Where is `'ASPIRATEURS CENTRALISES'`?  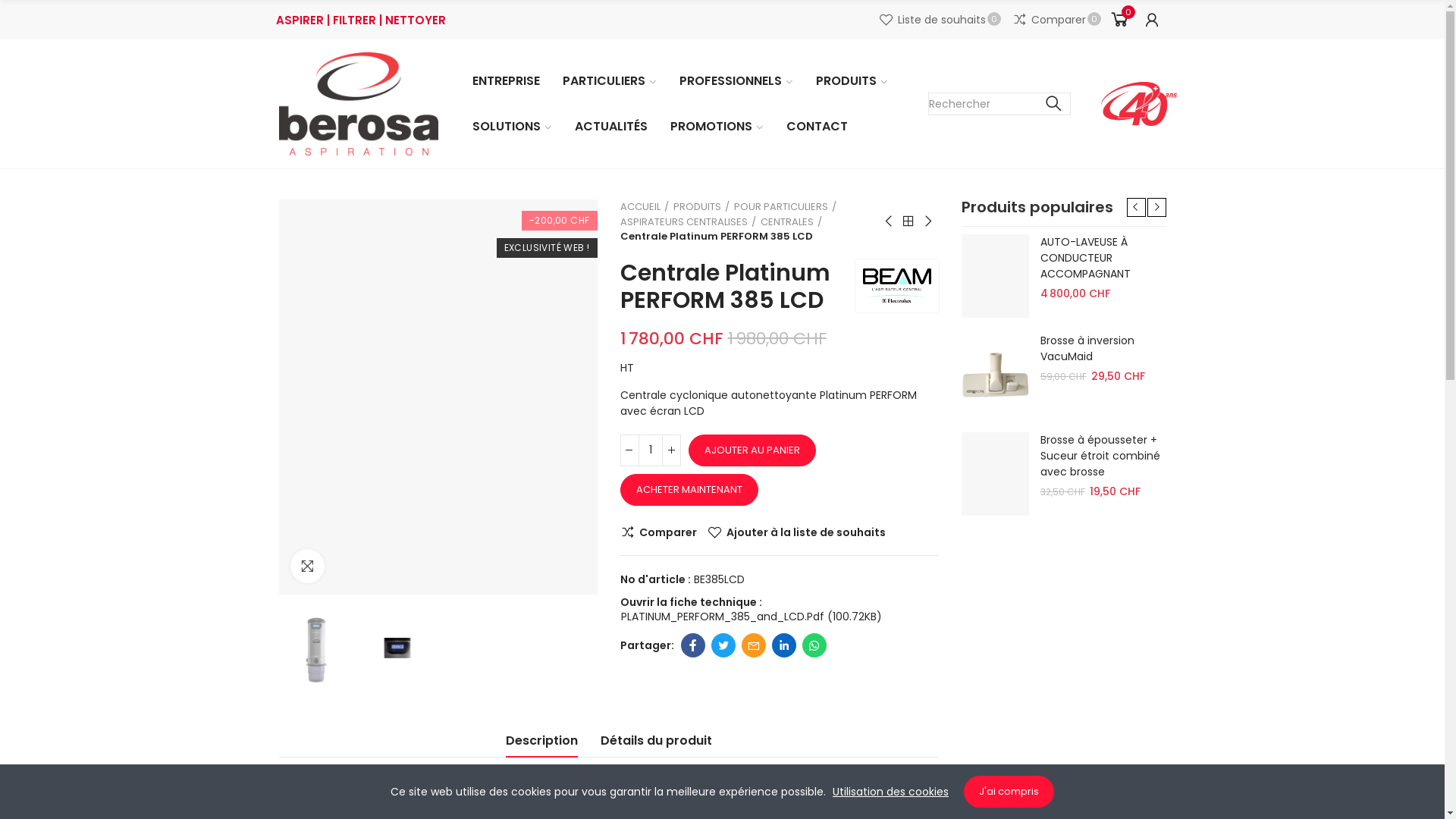 'ASPIRATEURS CENTRALISES' is located at coordinates (687, 221).